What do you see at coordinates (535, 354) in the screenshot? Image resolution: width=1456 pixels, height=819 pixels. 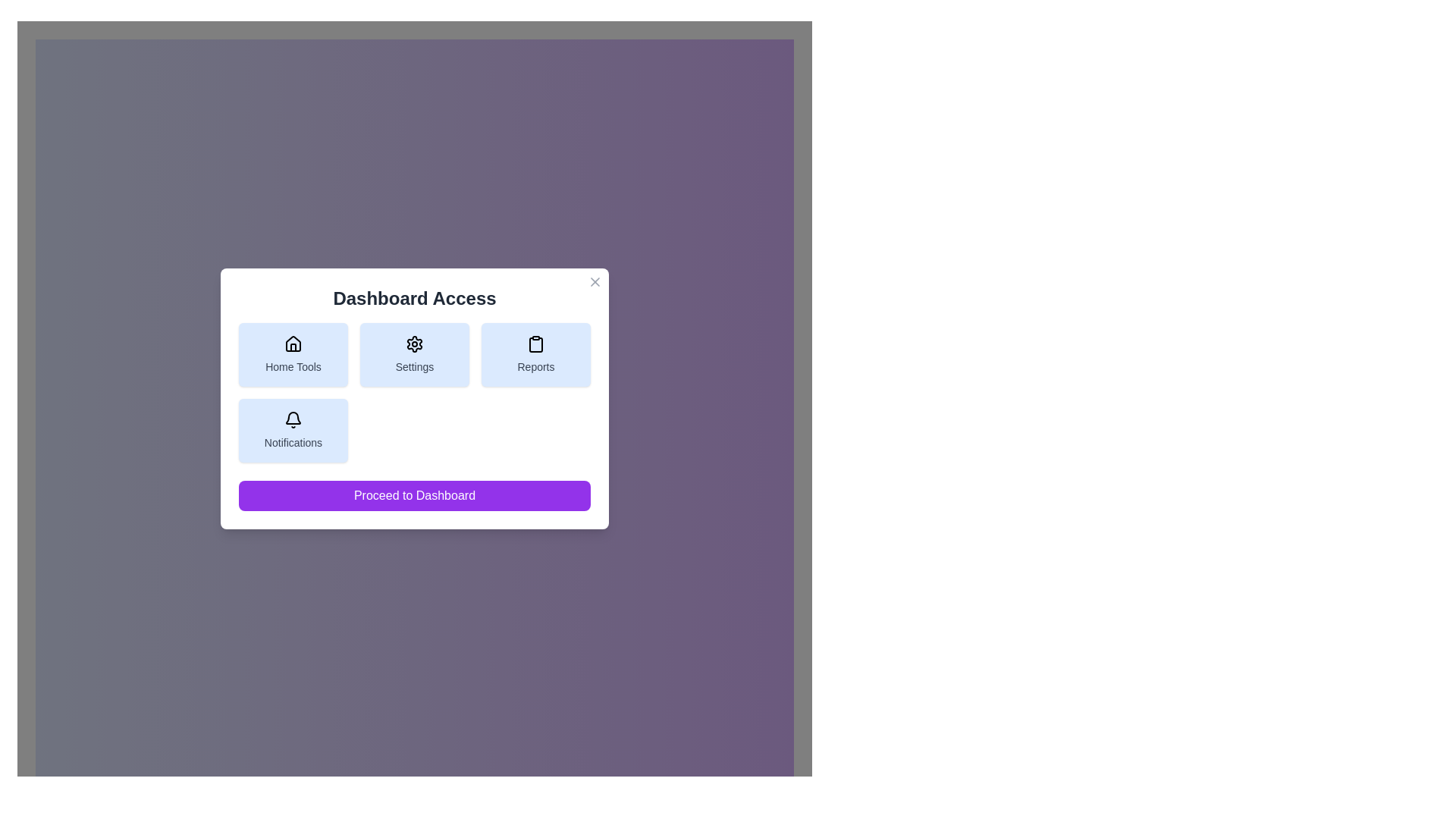 I see `the light blue 'Reports' button with a clipboard icon located in the third column of the grid layout on the 'Dashboard Access' card` at bounding box center [535, 354].